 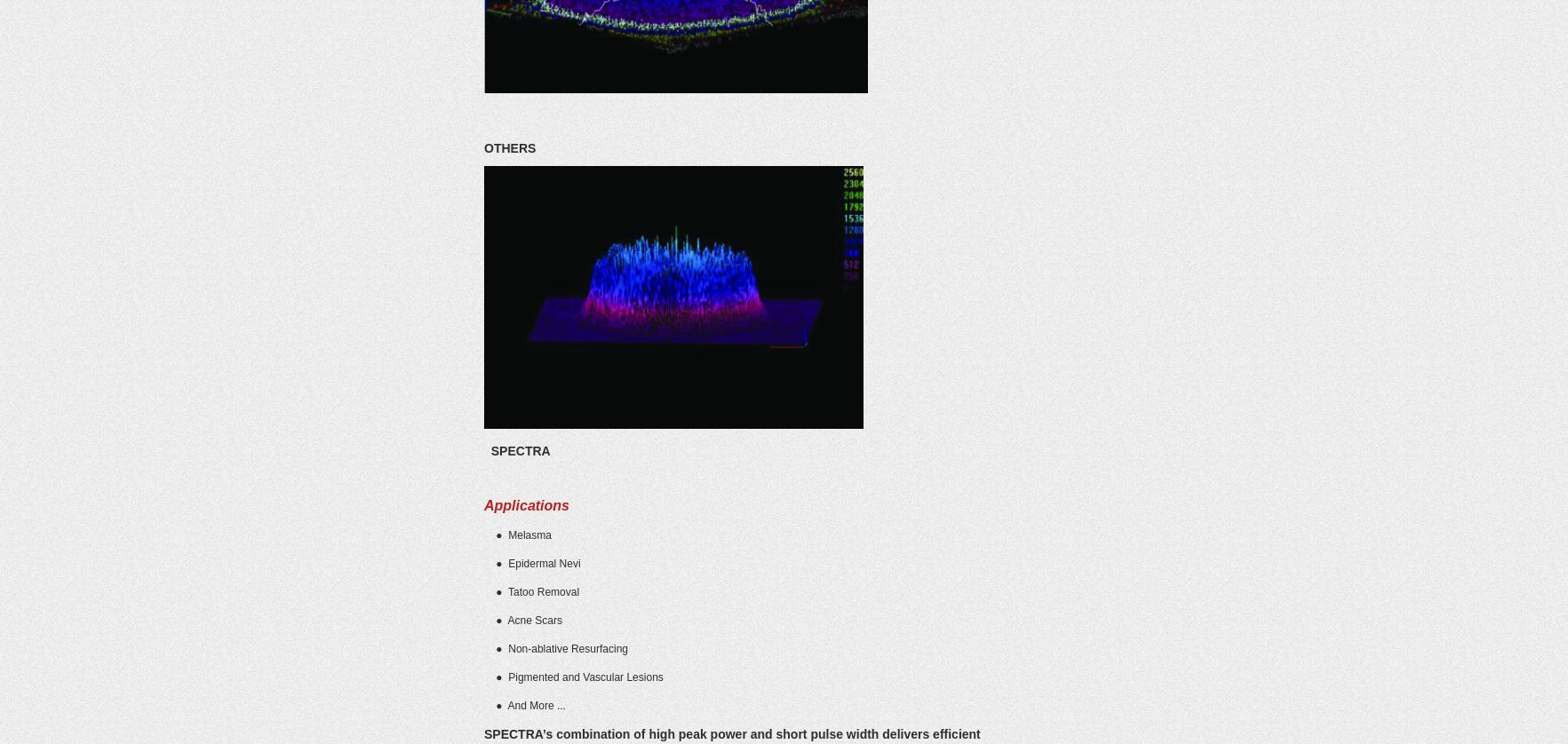 I want to click on '●  Epidermal Nevi', so click(x=531, y=563).